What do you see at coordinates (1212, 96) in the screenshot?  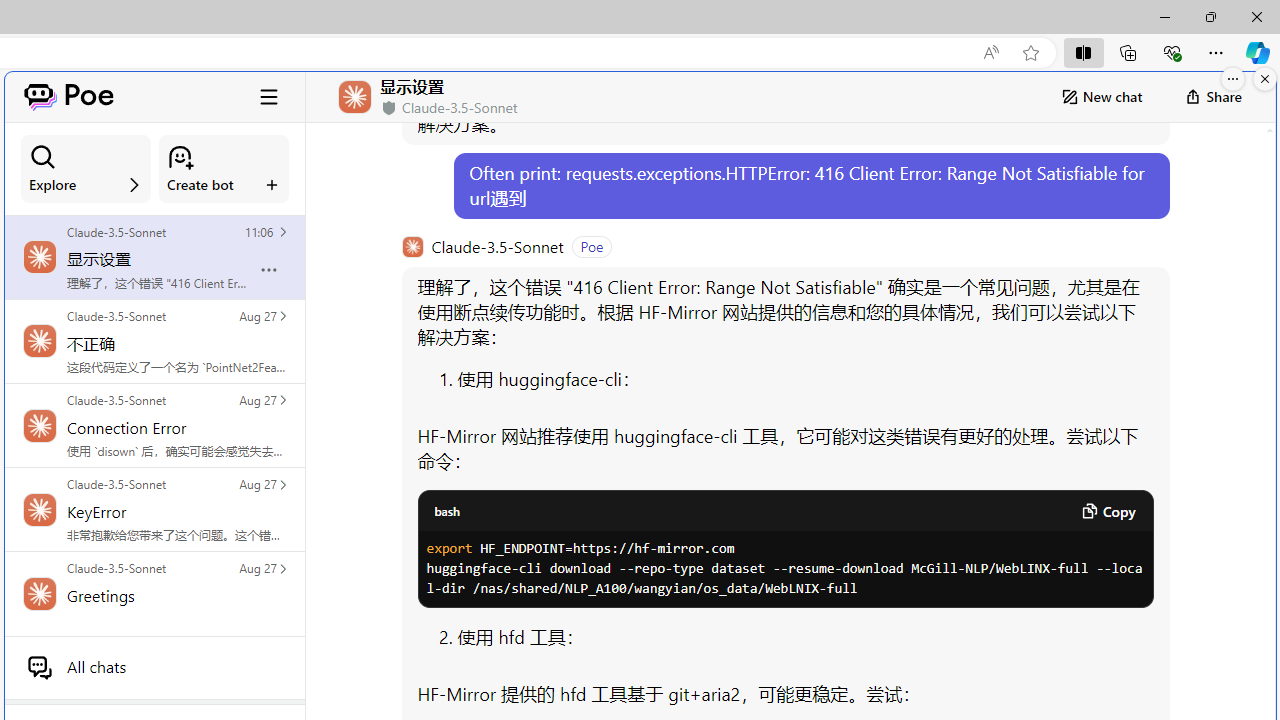 I see `'Share'` at bounding box center [1212, 96].